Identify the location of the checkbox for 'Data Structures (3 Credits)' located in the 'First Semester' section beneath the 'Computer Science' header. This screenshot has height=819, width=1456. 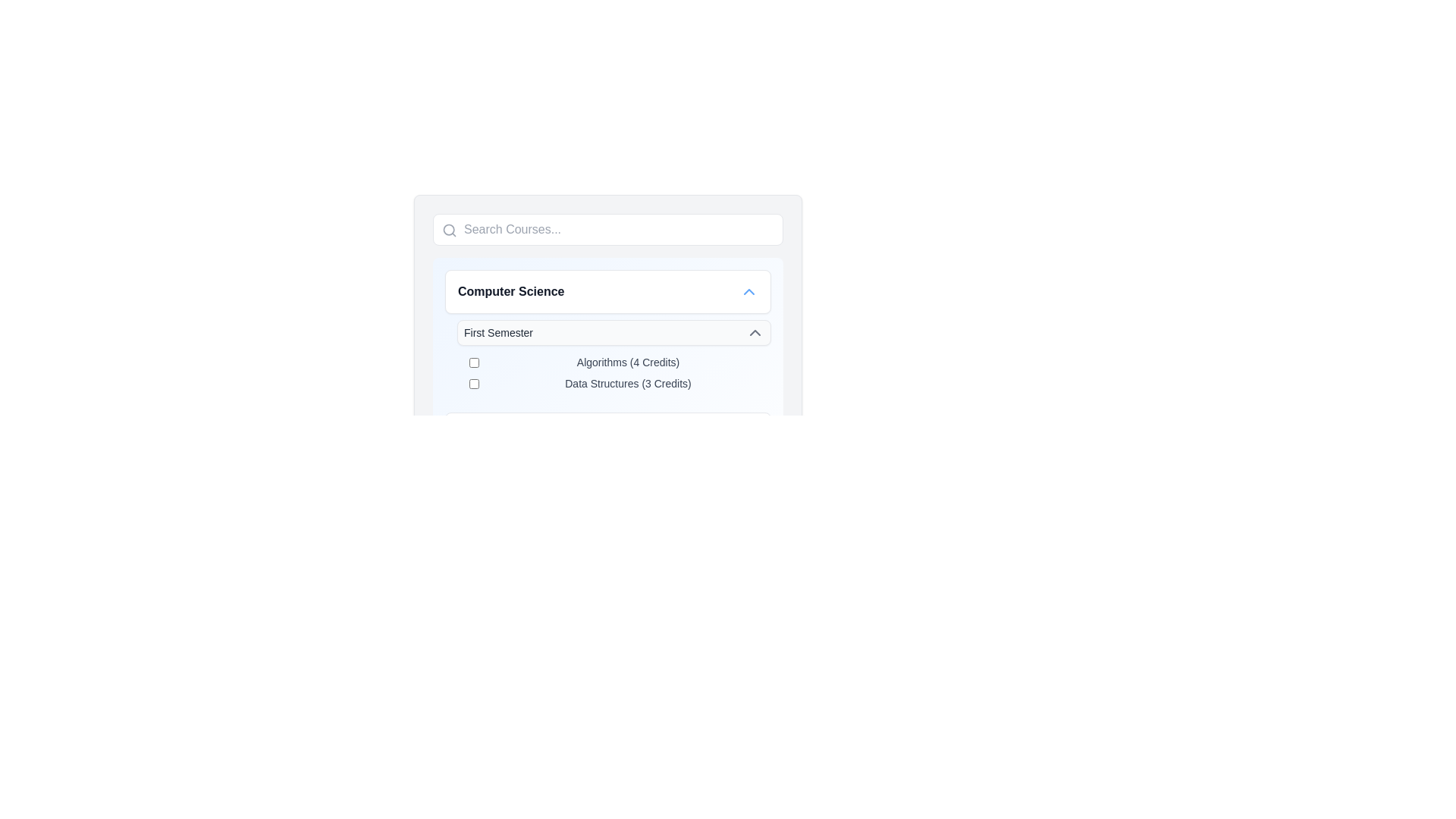
(473, 382).